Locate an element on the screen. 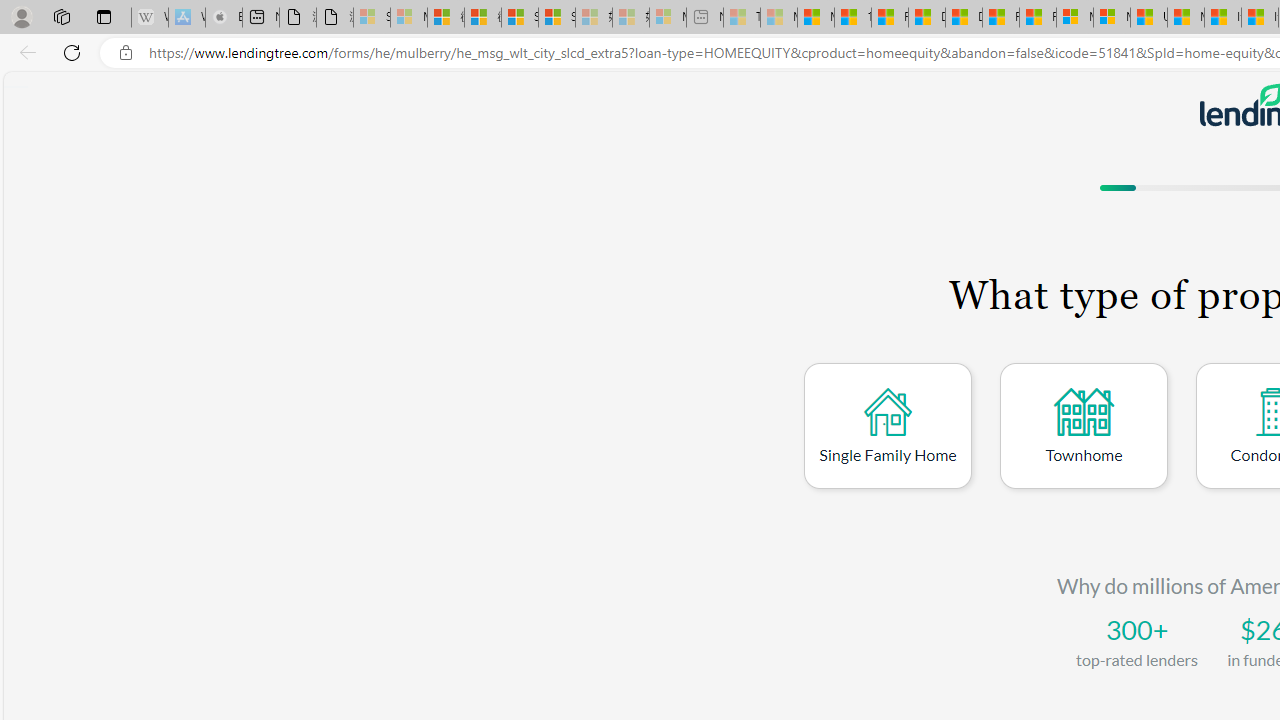  'Microsoft Services Agreement - Sleeping' is located at coordinates (407, 17).